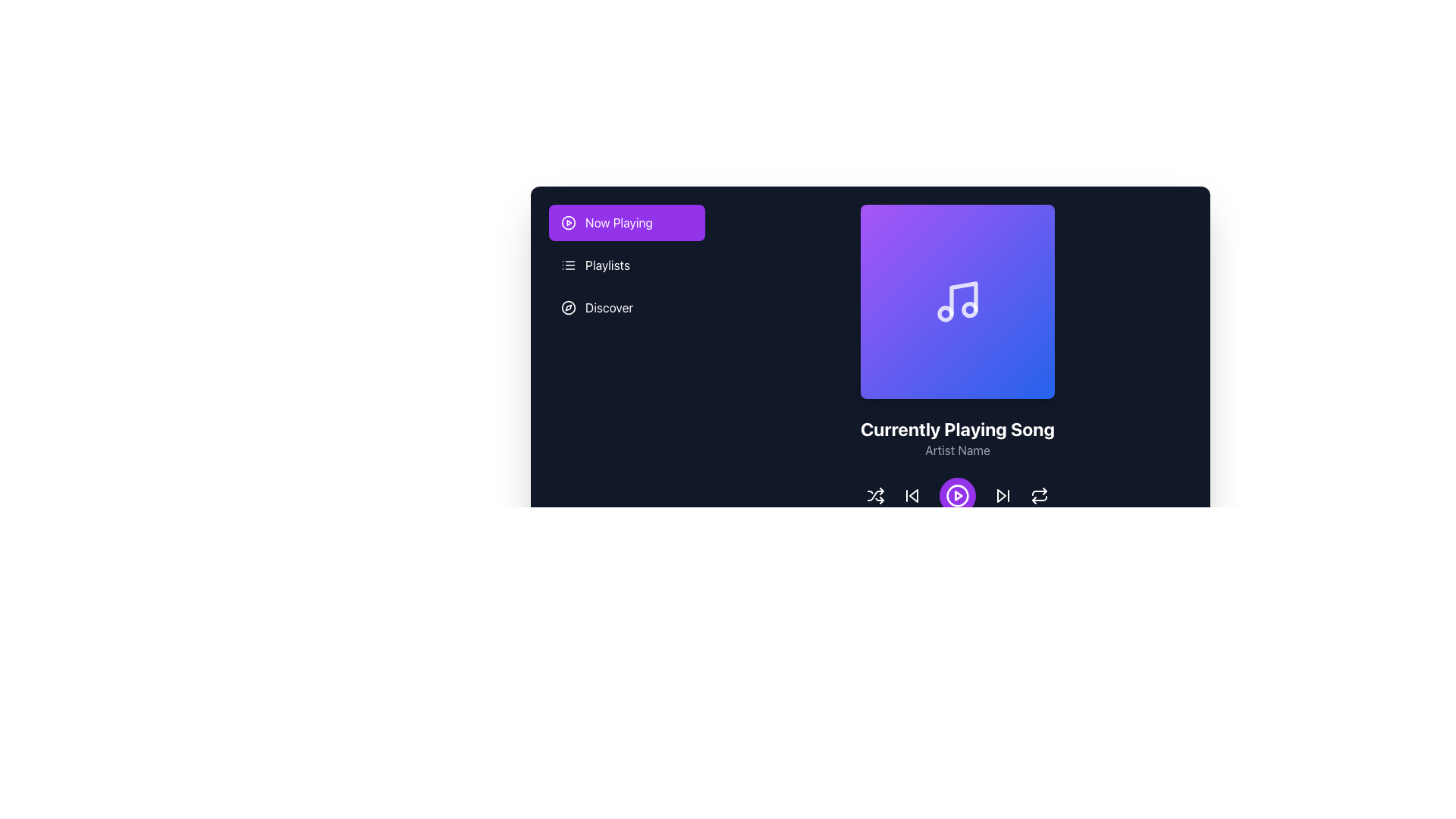  Describe the element at coordinates (567, 222) in the screenshot. I see `the status of the play action icon located to the left of the 'Now Playing' text, which is inside a purple rectangular button at the top left of the interface` at that location.